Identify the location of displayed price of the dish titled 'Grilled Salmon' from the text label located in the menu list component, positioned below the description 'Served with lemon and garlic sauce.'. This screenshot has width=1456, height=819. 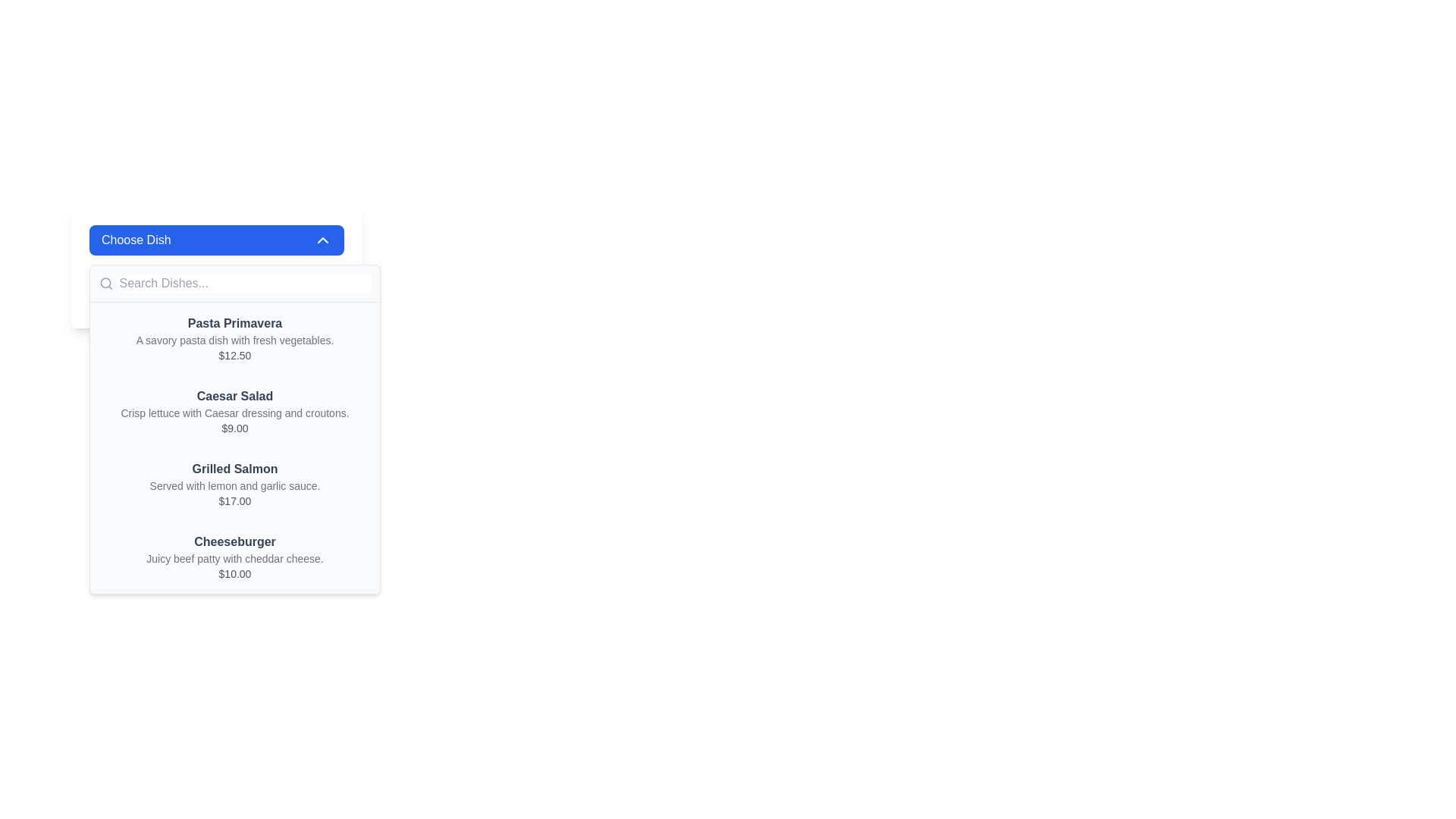
(234, 500).